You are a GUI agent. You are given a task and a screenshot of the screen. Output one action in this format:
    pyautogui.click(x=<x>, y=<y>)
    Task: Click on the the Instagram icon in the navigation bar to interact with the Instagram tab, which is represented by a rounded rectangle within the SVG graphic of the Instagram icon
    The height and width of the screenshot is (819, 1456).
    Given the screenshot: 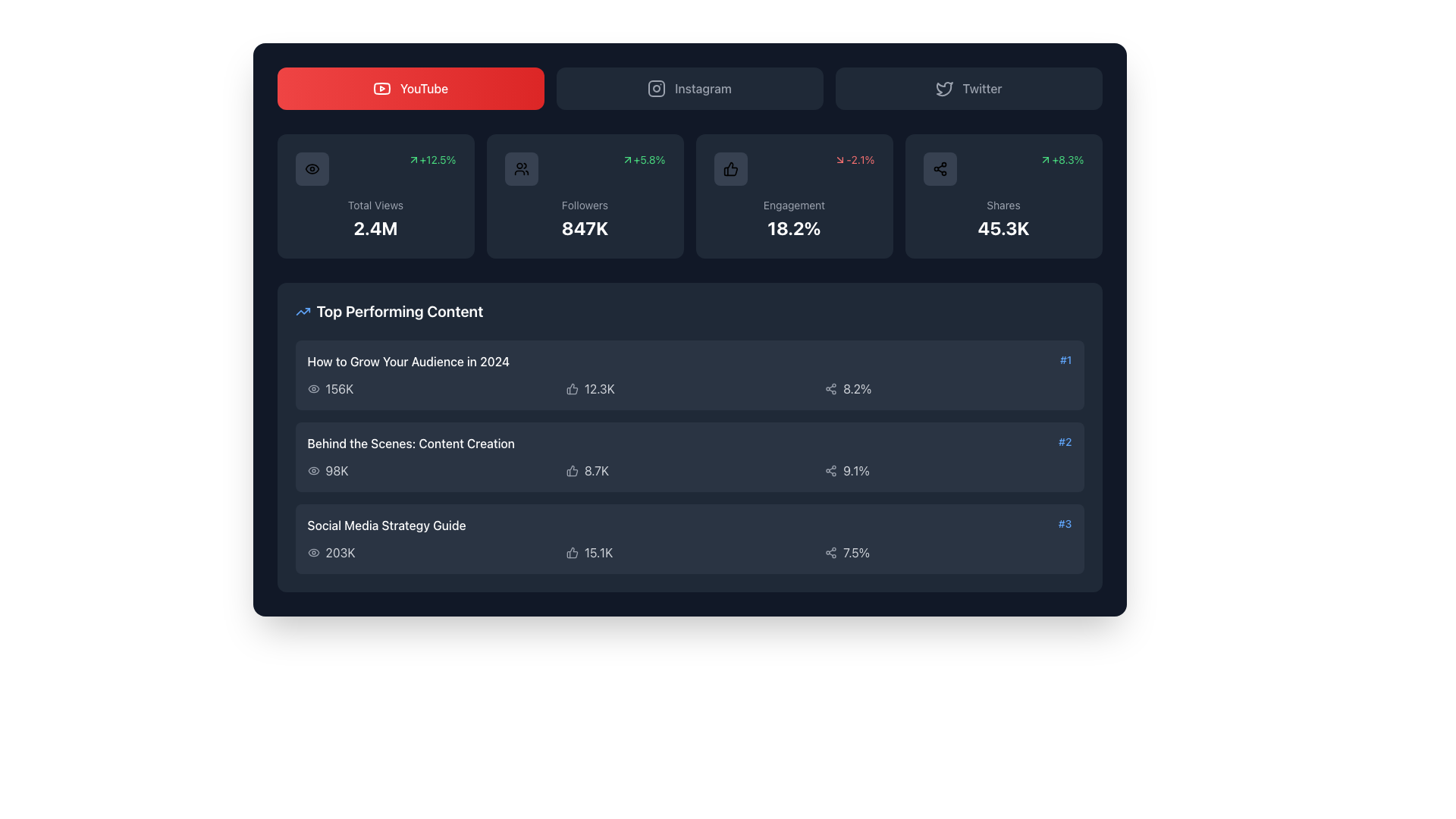 What is the action you would take?
    pyautogui.click(x=656, y=88)
    